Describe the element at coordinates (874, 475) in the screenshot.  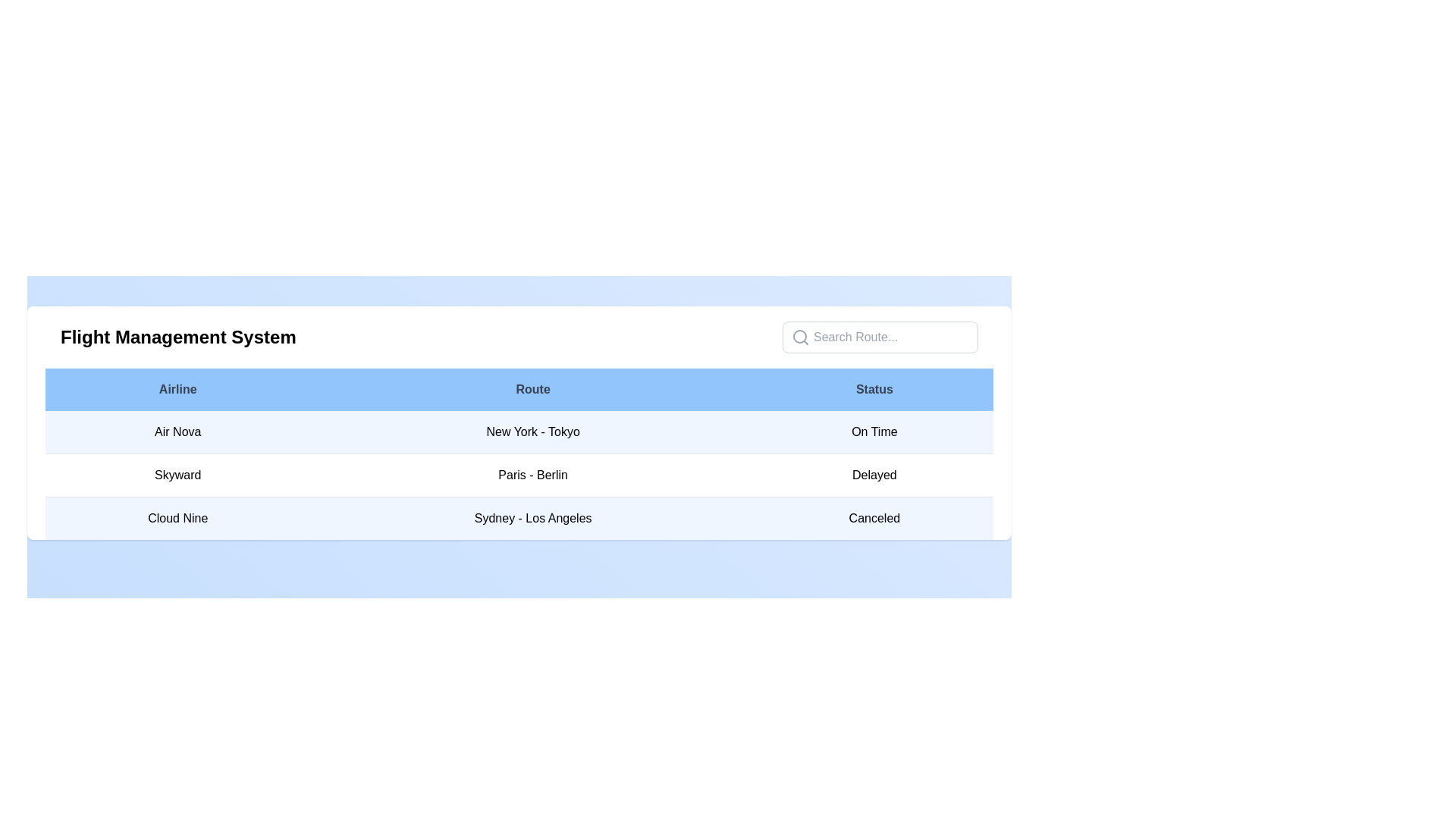
I see `the text element displaying 'Delayed' in the third column of the second row of the table, which is part of the 'Skyward' row and located to the right of 'Paris - Berlin'` at that location.